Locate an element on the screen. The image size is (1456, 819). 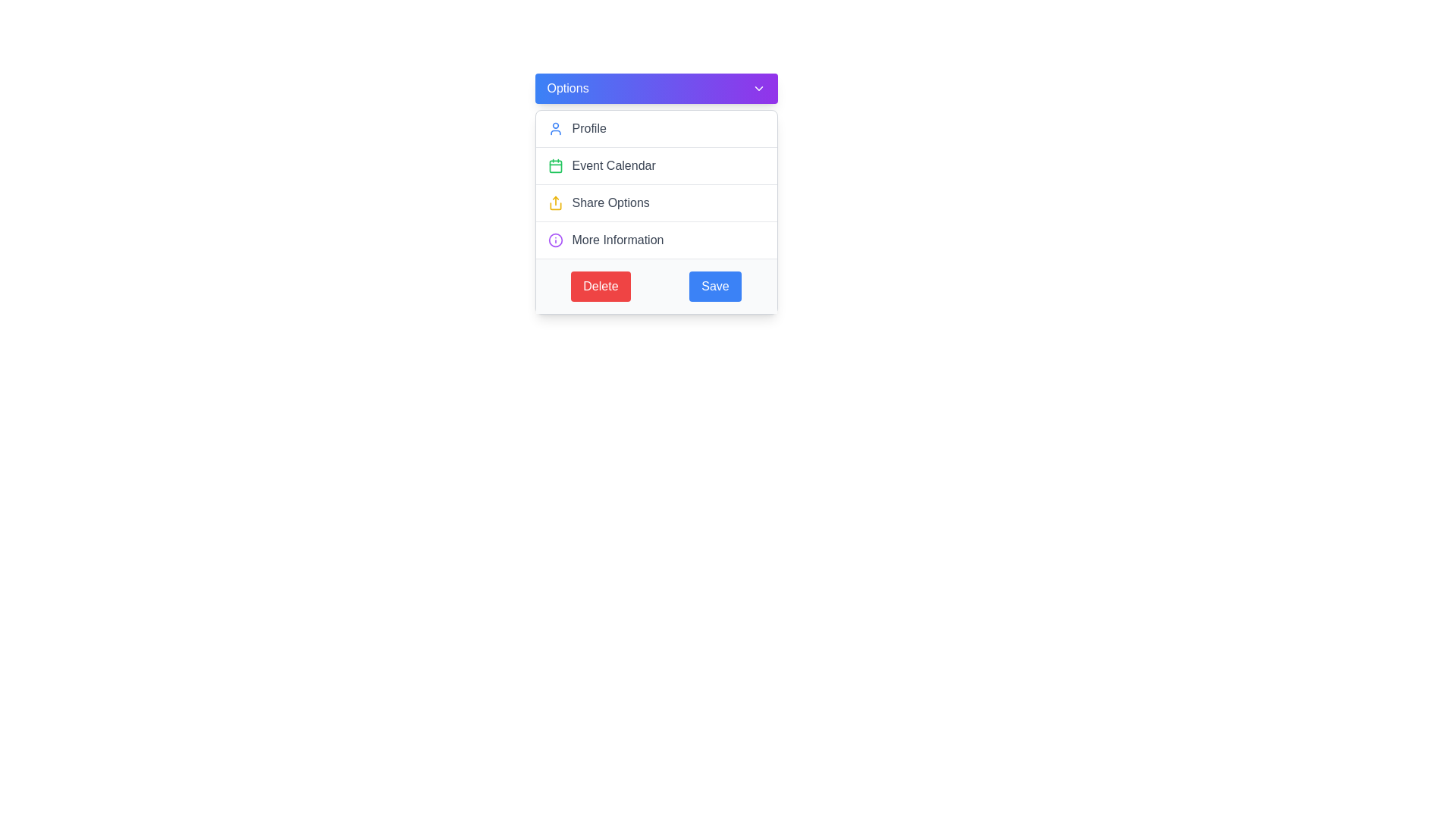
the decorative circle icon within the SVG that is adjacent to the 'More Information' menu item is located at coordinates (554, 239).